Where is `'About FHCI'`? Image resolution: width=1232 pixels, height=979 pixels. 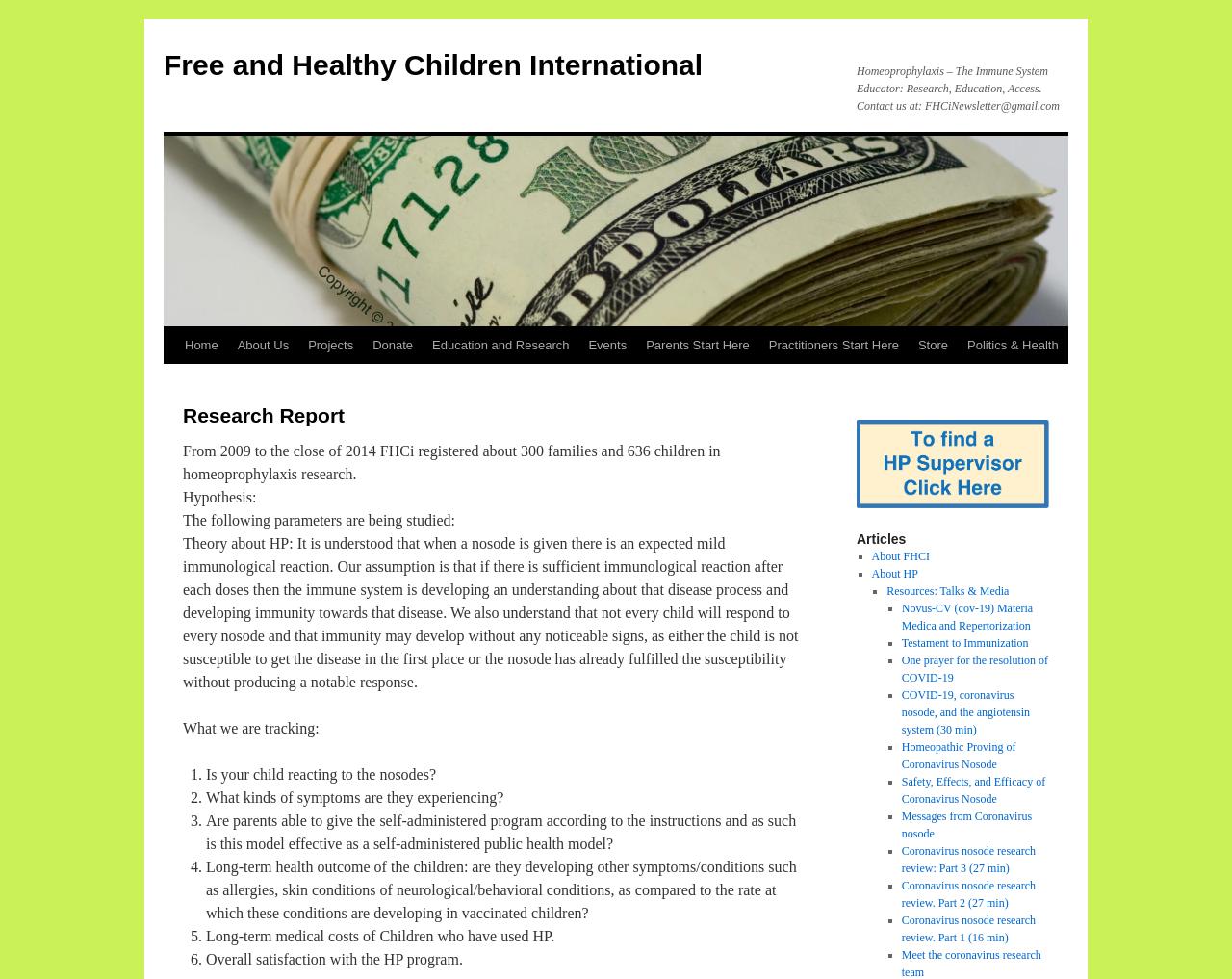 'About FHCI' is located at coordinates (899, 554).